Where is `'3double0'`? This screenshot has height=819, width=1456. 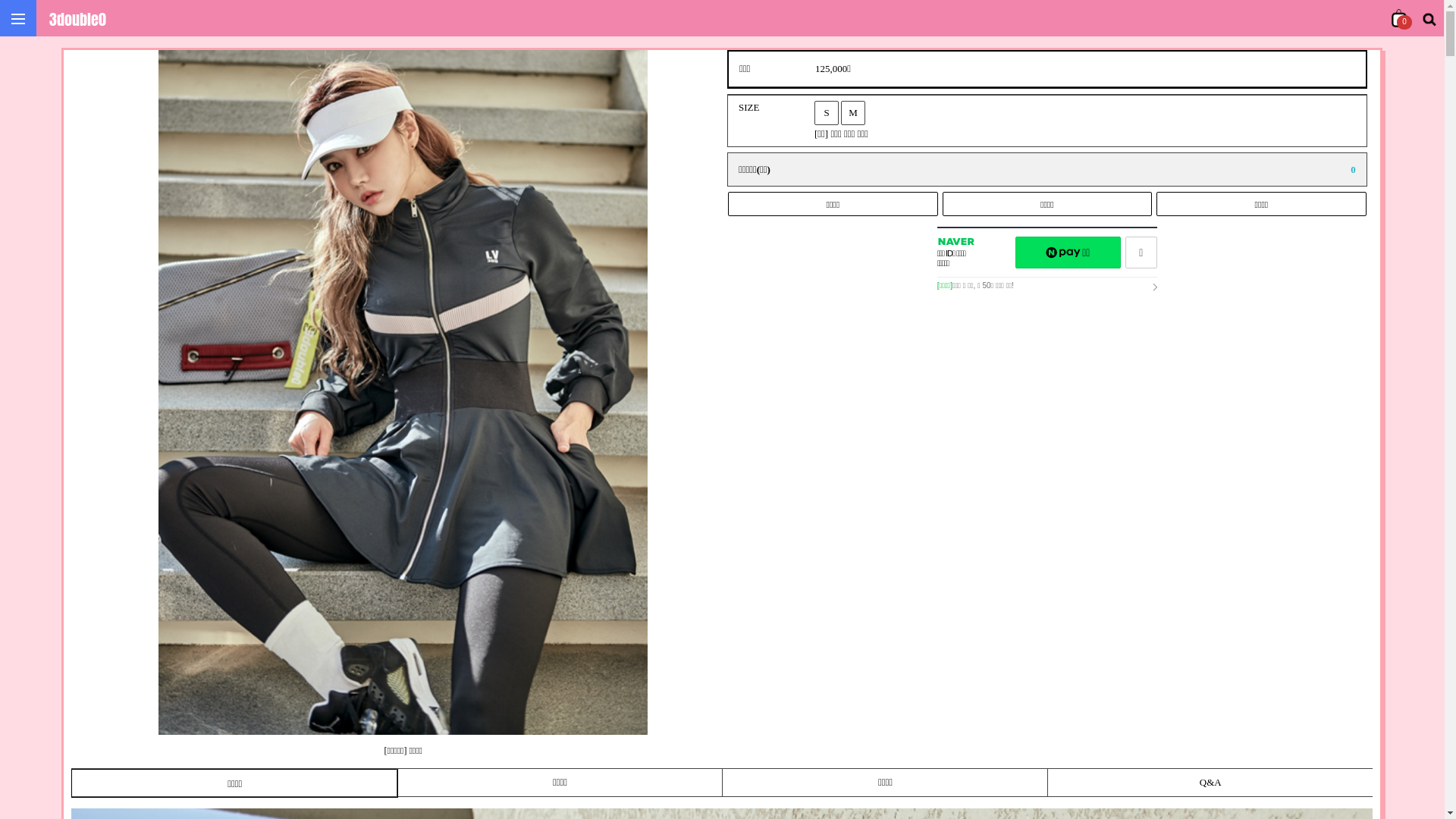 '3double0' is located at coordinates (49, 19).